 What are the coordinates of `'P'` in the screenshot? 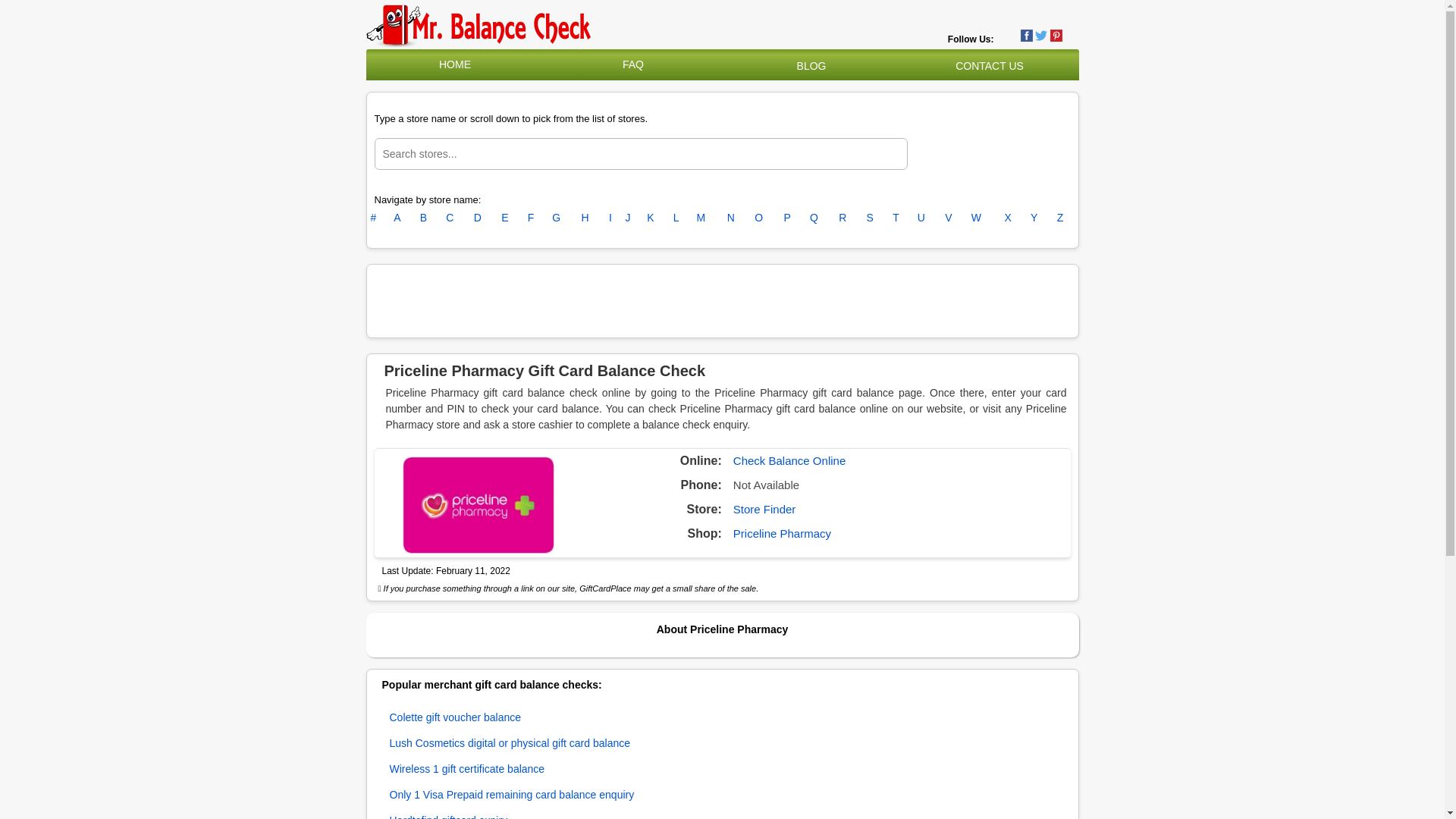 It's located at (786, 217).